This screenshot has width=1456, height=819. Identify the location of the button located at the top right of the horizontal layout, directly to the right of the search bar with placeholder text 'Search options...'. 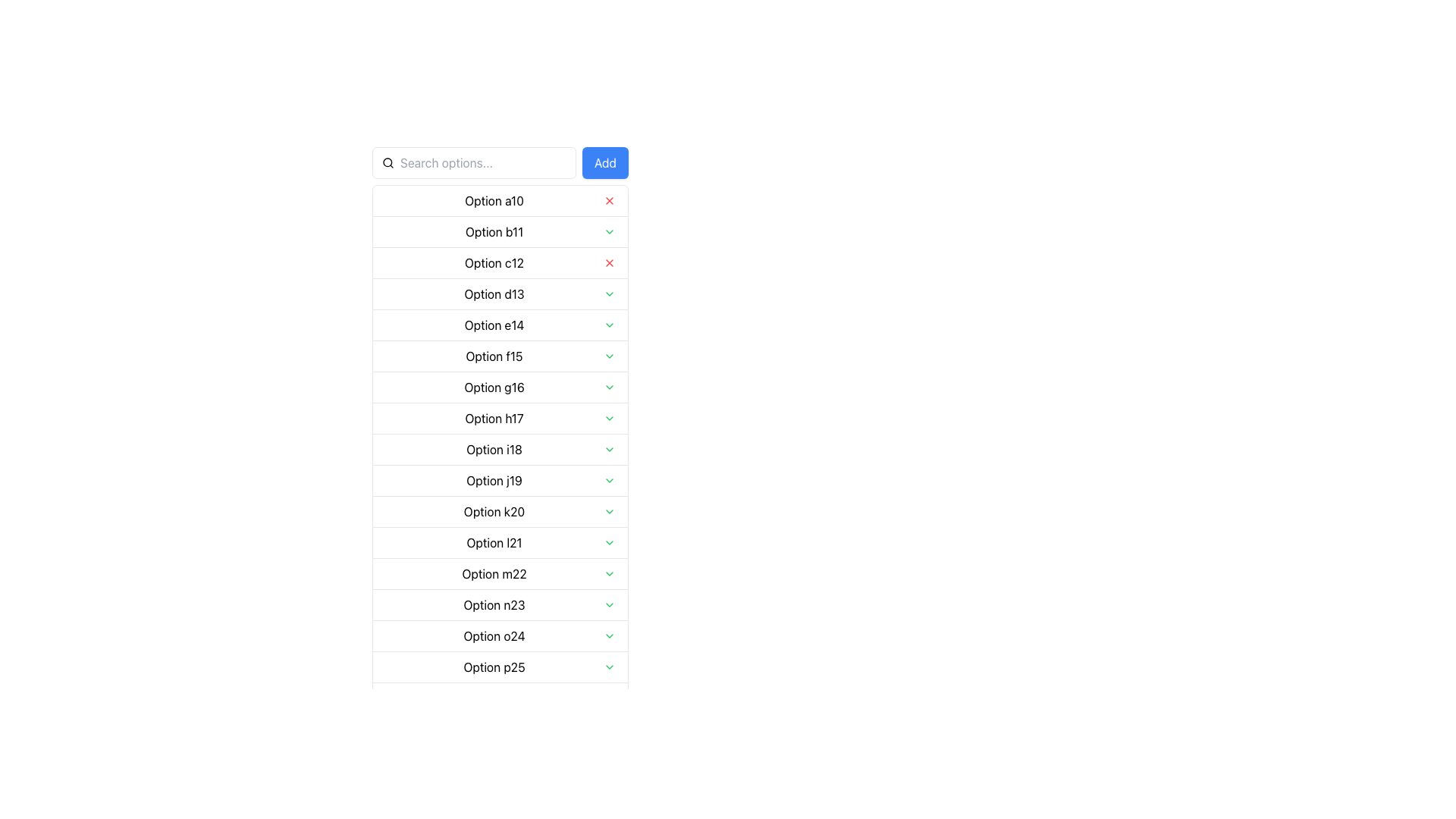
(604, 163).